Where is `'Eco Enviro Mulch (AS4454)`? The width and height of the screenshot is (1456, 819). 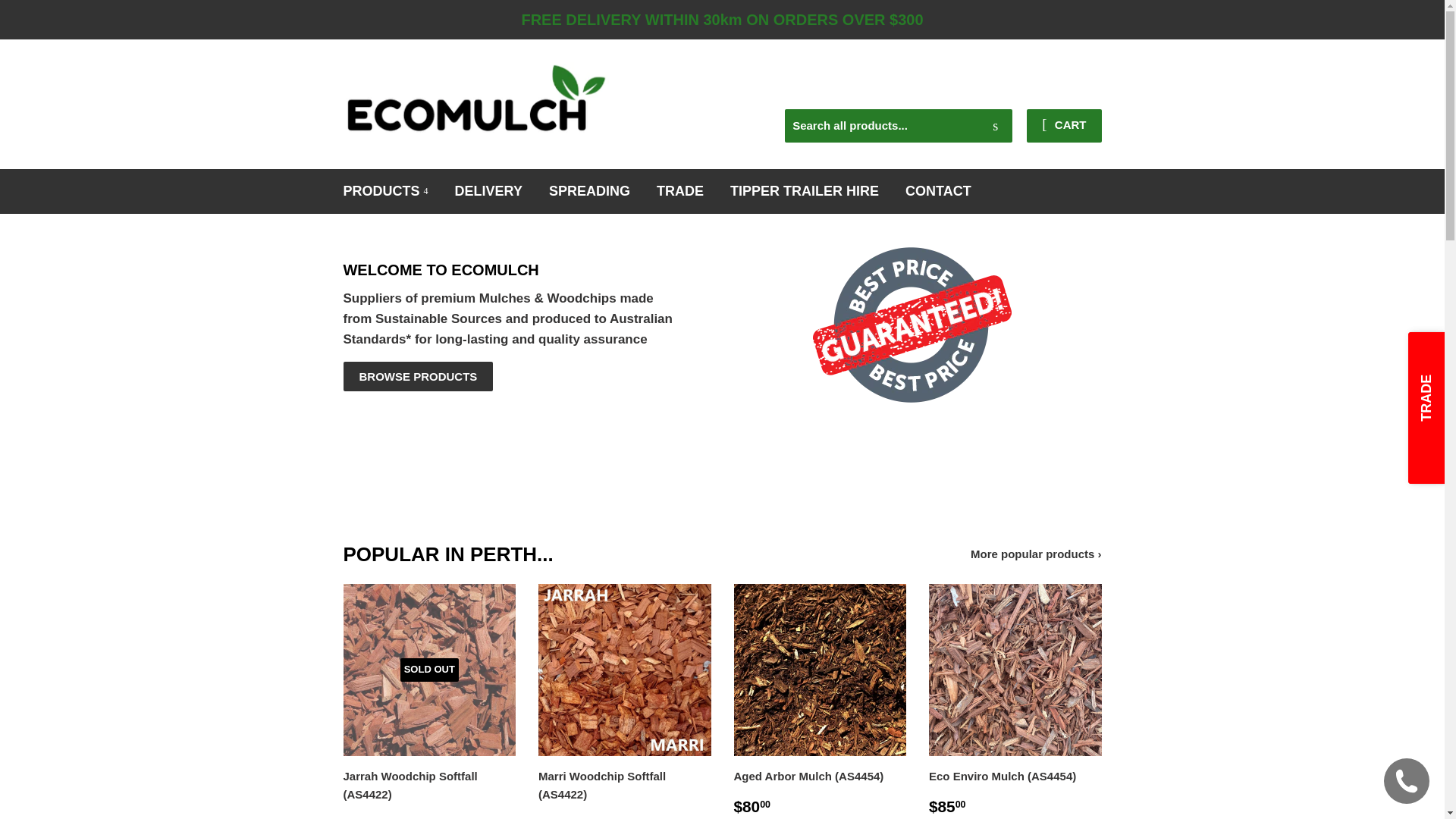 'Eco Enviro Mulch (AS4454) is located at coordinates (927, 700).